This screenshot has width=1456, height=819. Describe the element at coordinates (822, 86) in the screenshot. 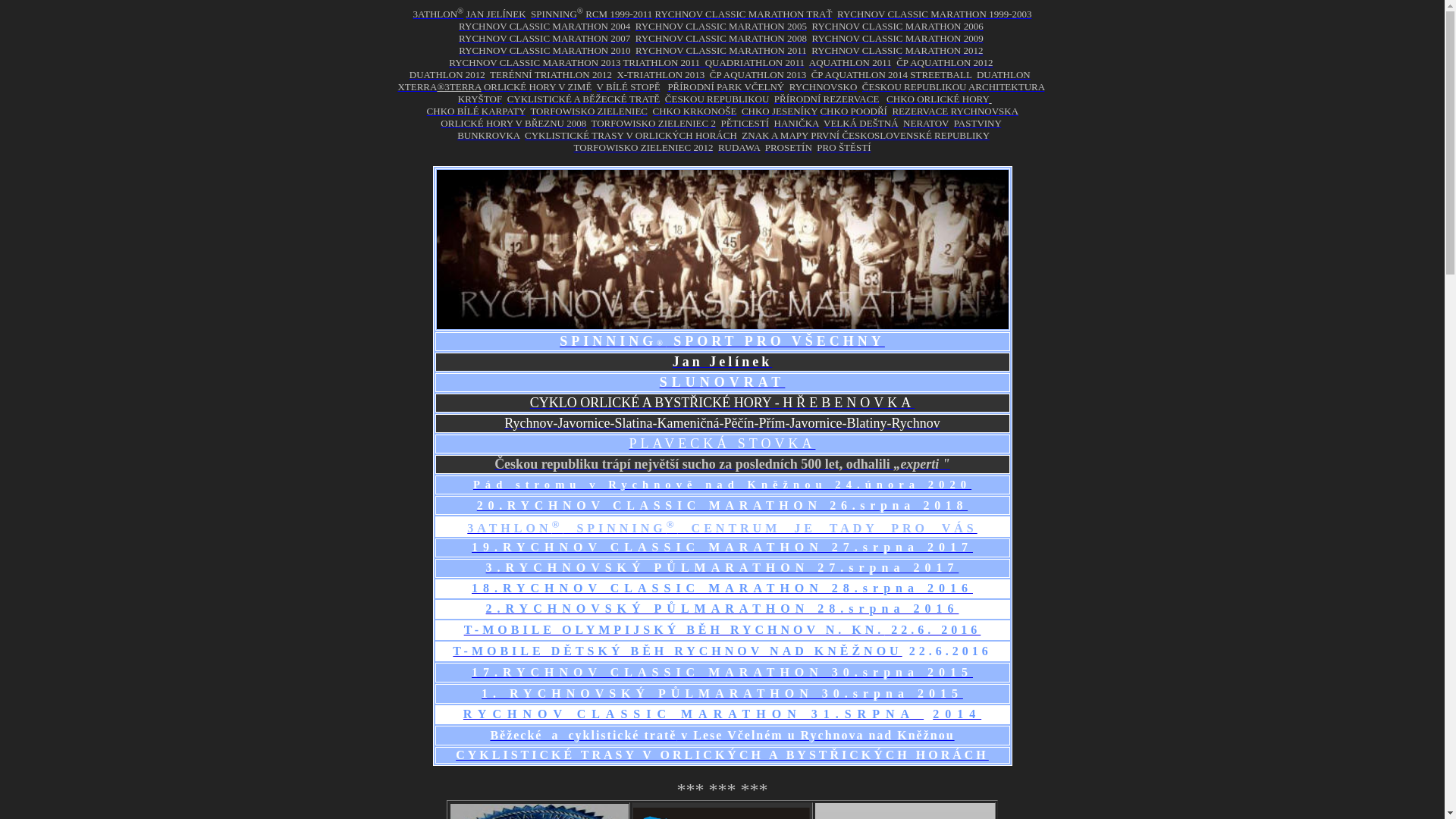

I see `'RYCHNOVSKO'` at that location.